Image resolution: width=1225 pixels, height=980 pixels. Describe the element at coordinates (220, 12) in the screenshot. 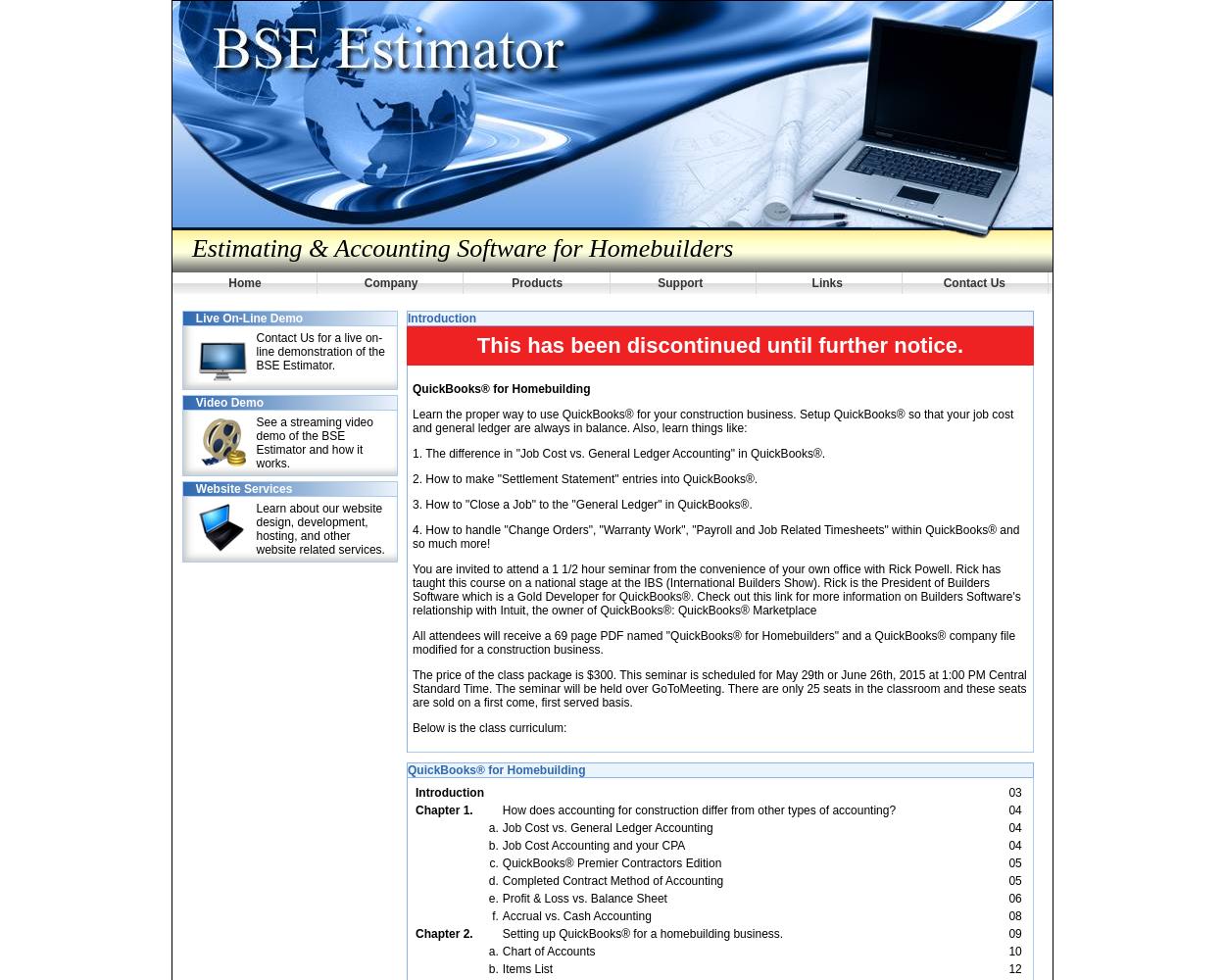

I see `'Corporate'` at that location.